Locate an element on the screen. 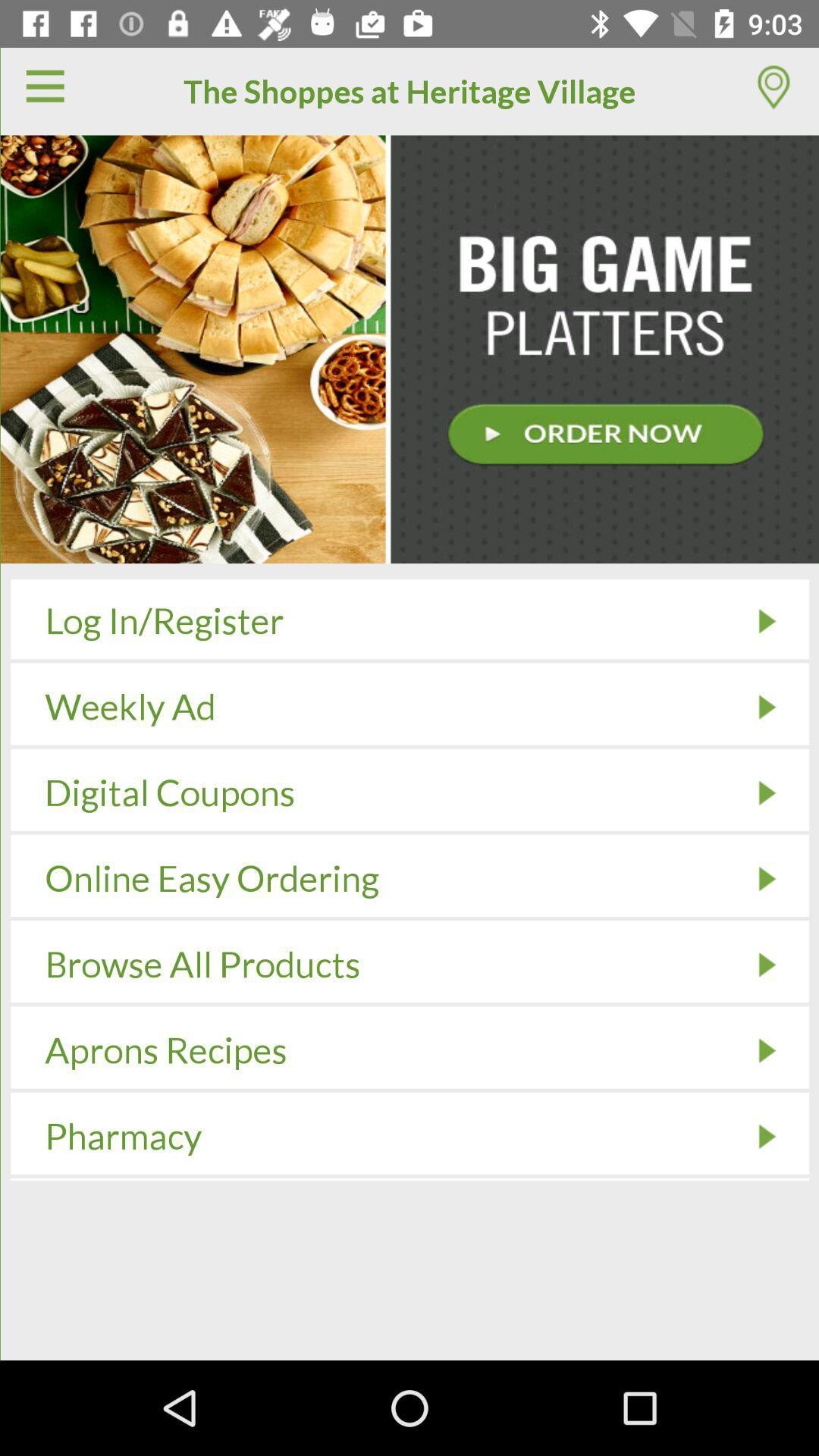  the icon to the right of online easy ordering is located at coordinates (767, 879).